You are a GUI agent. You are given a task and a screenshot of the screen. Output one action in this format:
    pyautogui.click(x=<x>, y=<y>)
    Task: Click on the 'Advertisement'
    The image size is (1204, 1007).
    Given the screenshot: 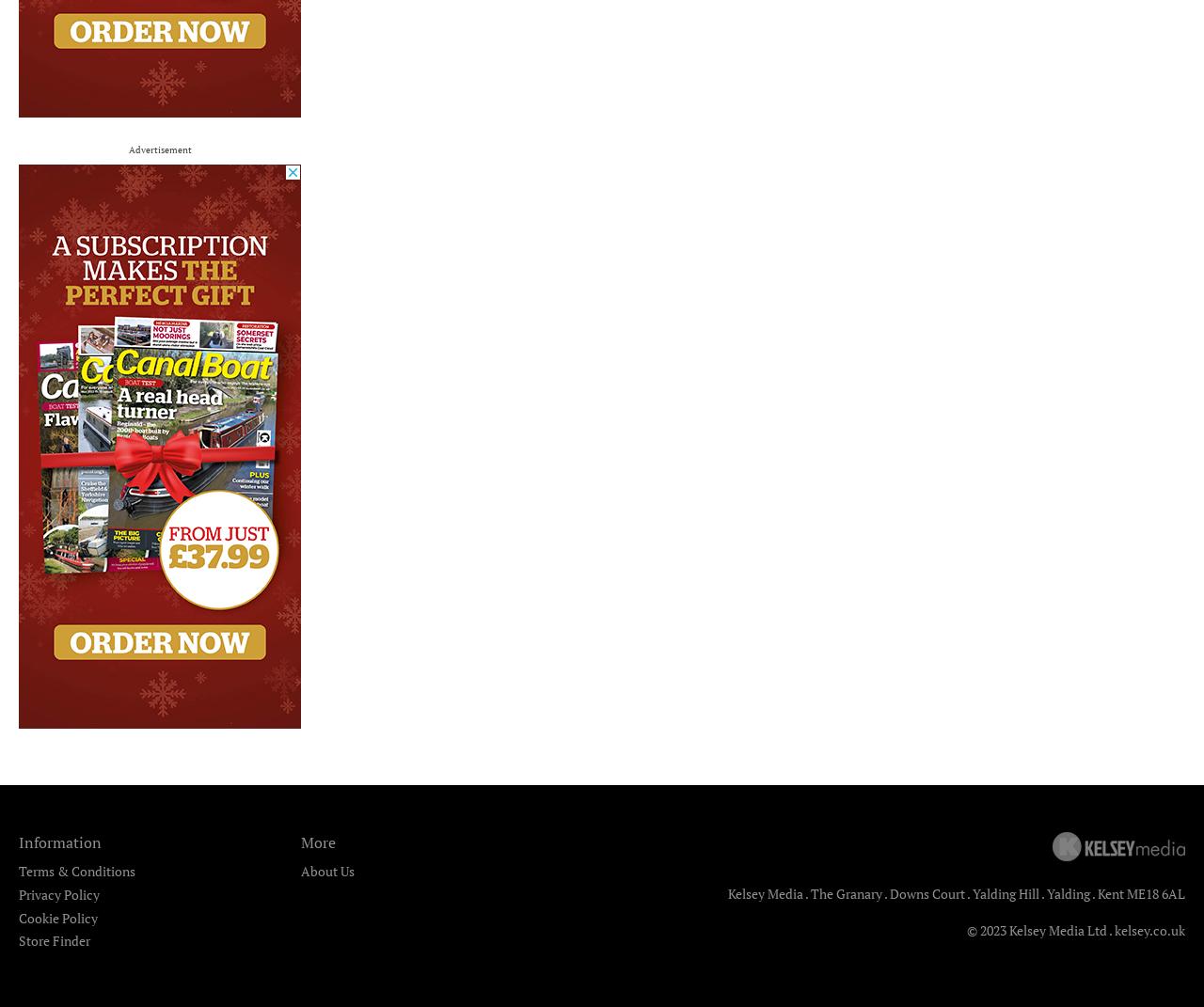 What is the action you would take?
    pyautogui.click(x=159, y=149)
    